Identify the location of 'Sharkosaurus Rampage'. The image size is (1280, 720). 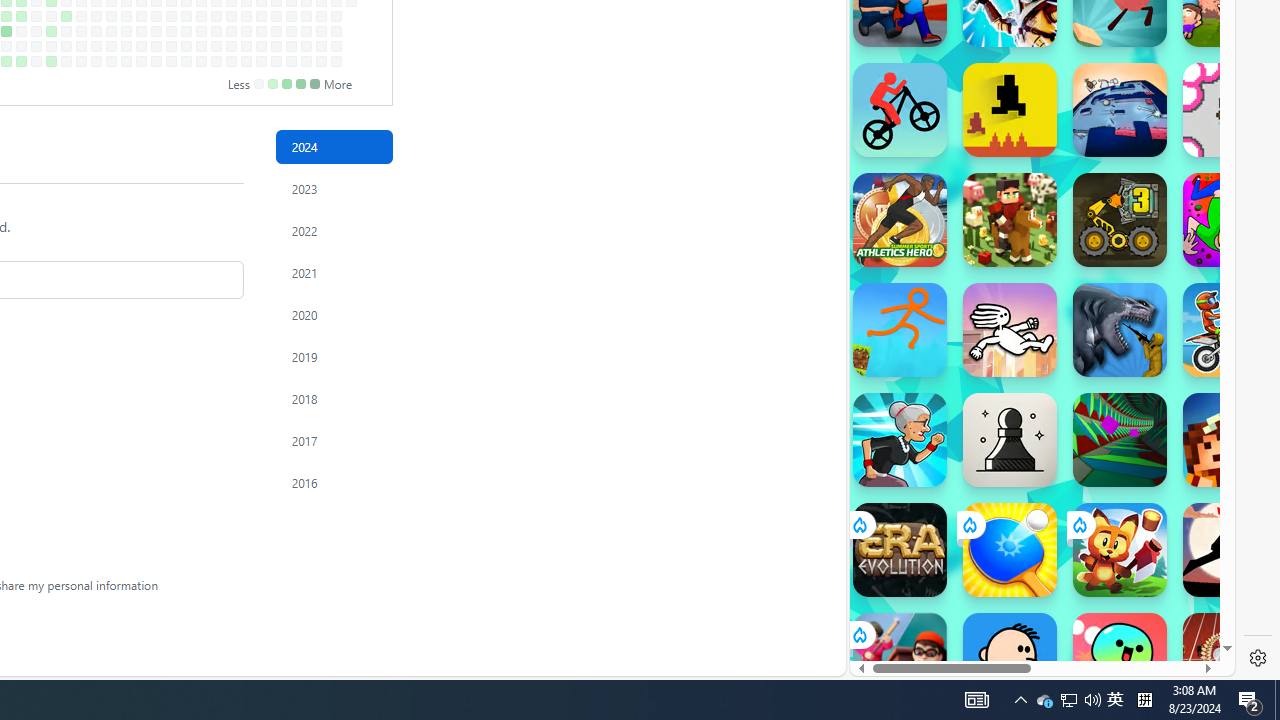
(1120, 329).